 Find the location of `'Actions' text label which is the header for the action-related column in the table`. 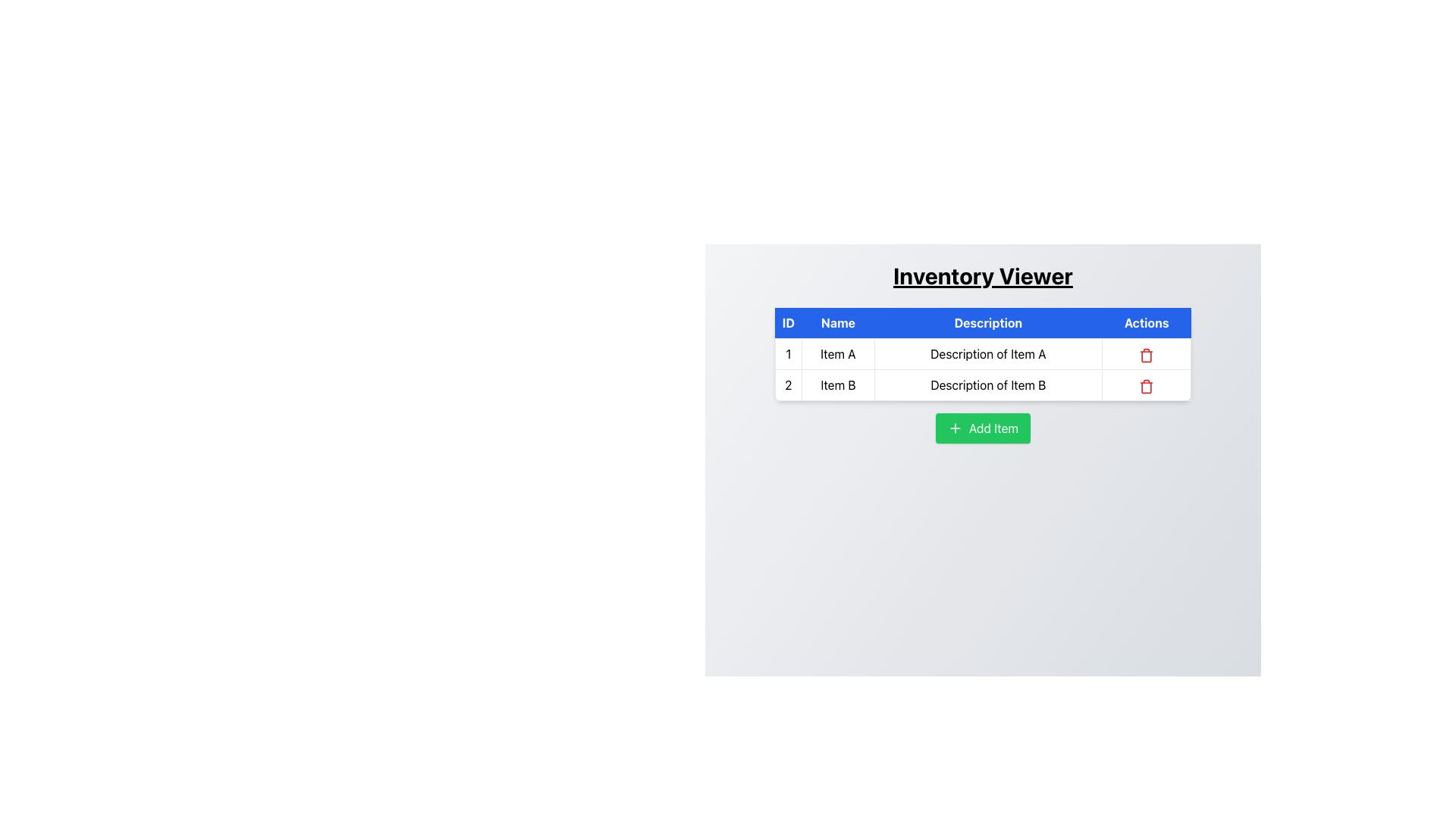

'Actions' text label which is the header for the action-related column in the table is located at coordinates (1147, 322).